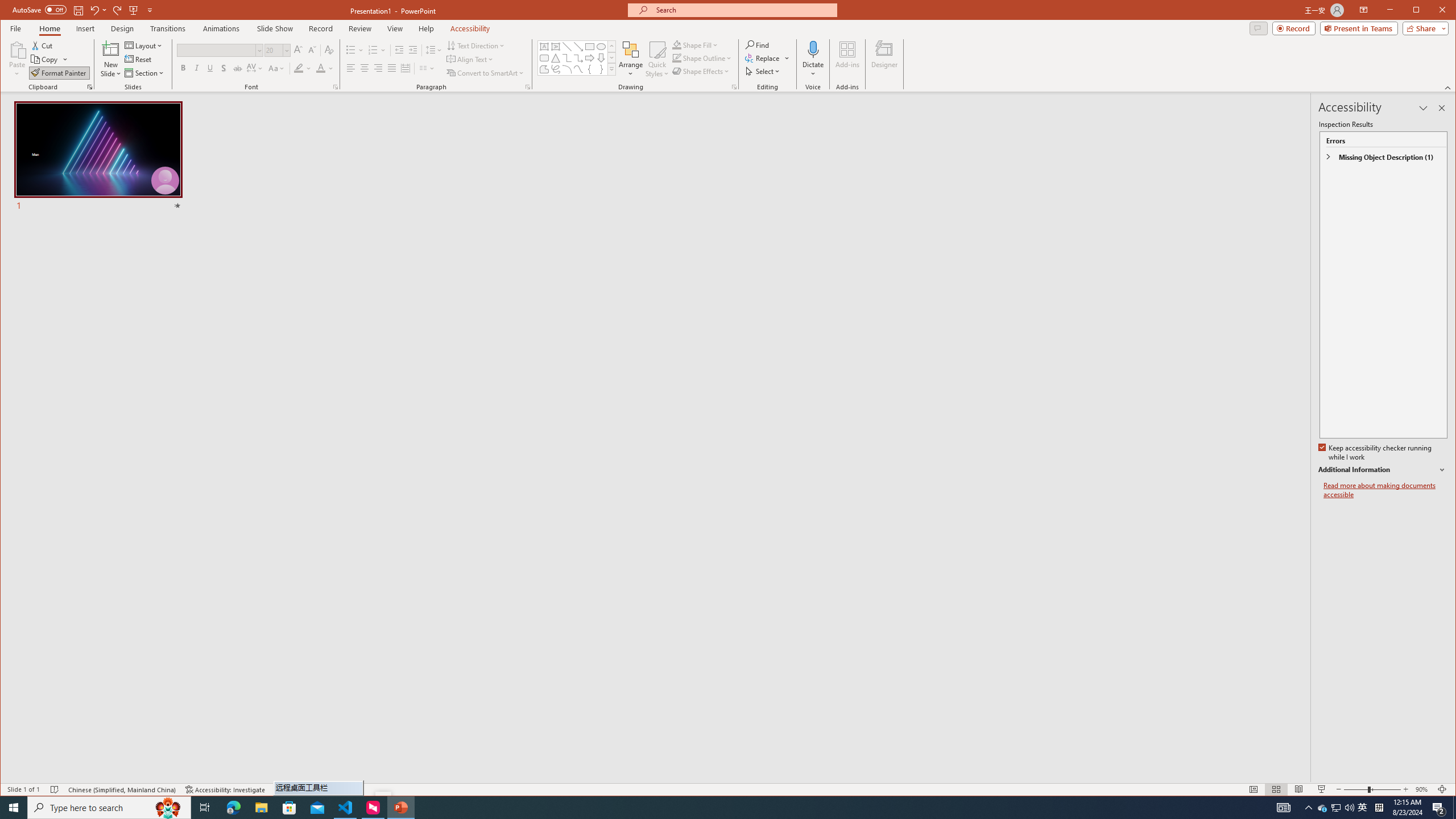 The image size is (1456, 819). What do you see at coordinates (677, 44) in the screenshot?
I see `'Shape Fill Orange, Accent 2'` at bounding box center [677, 44].